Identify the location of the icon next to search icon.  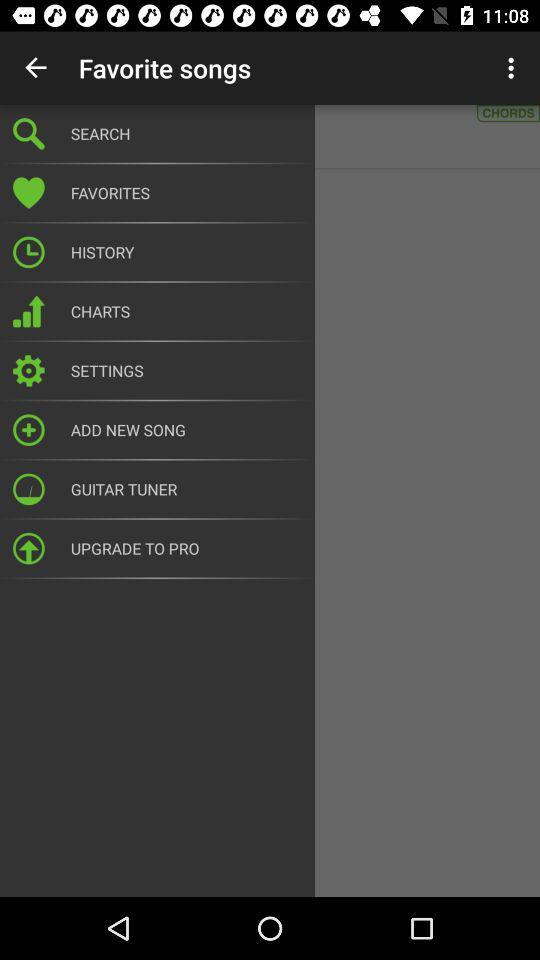
(513, 68).